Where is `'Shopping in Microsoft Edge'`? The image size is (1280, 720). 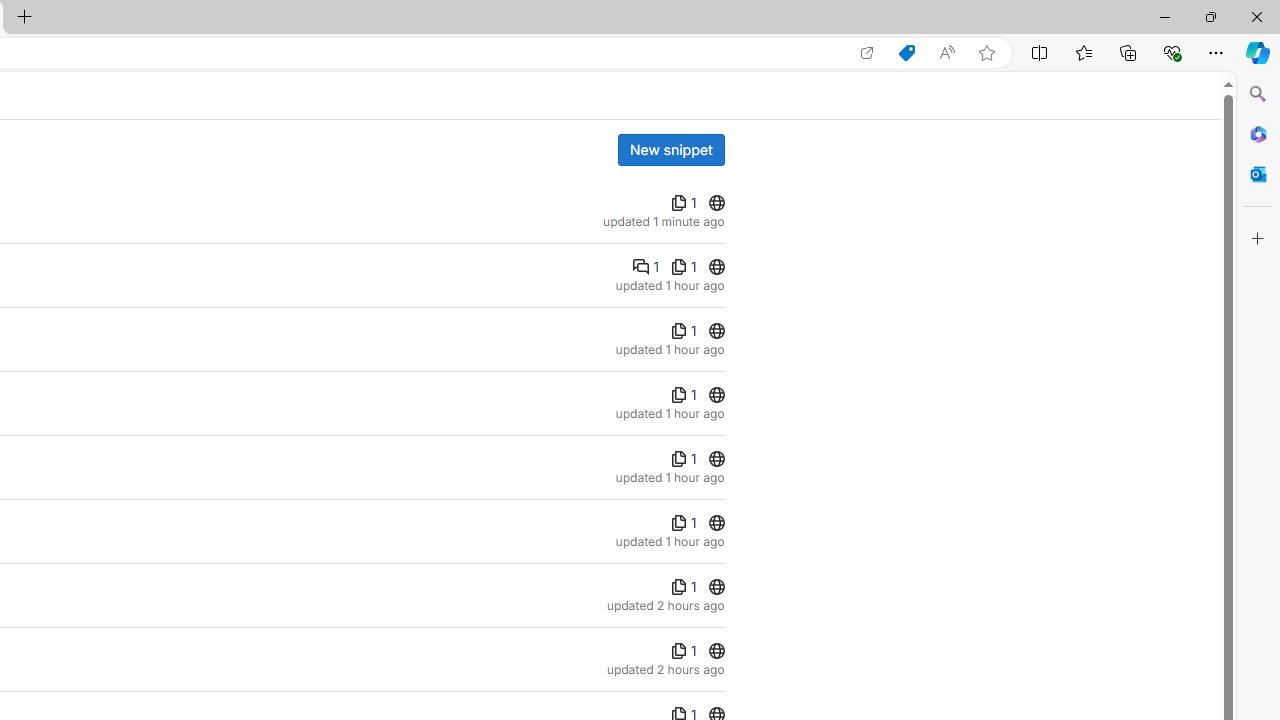 'Shopping in Microsoft Edge' is located at coordinates (905, 52).